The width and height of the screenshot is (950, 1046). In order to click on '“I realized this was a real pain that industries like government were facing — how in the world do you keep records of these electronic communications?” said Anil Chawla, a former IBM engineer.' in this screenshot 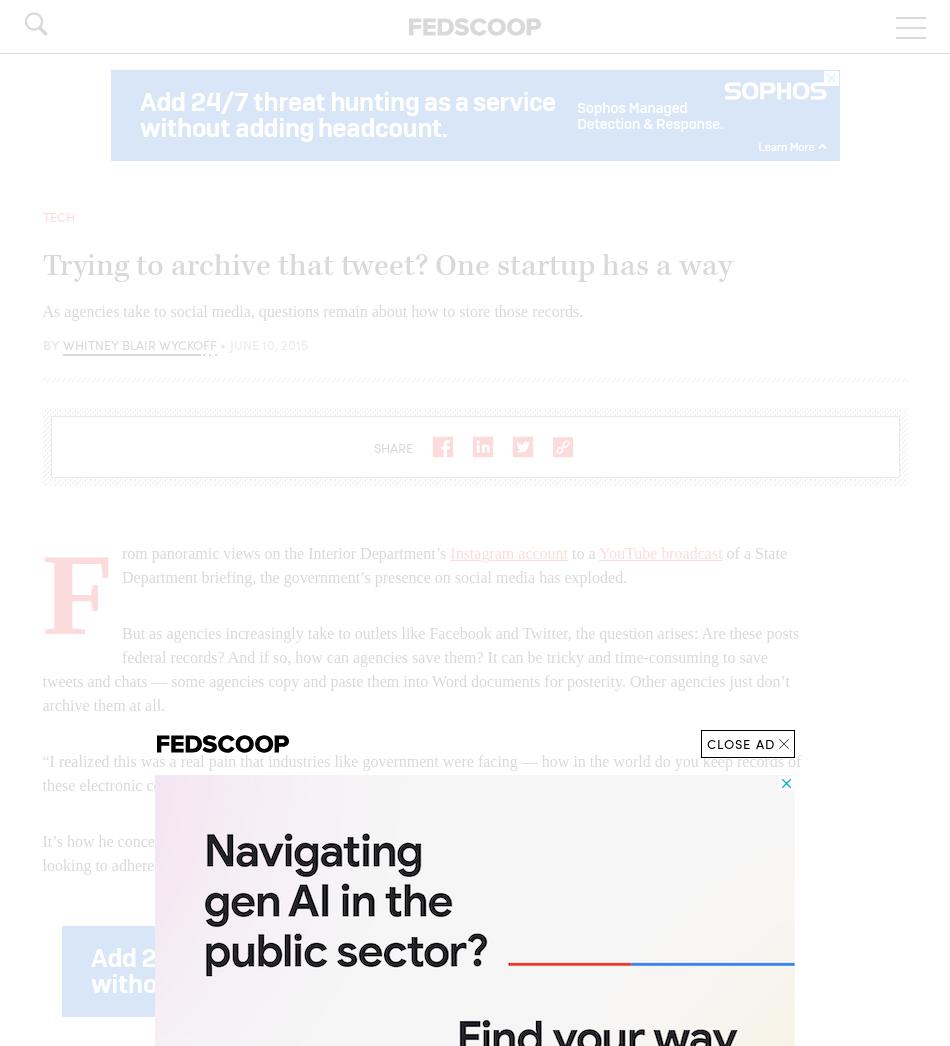, I will do `click(420, 772)`.